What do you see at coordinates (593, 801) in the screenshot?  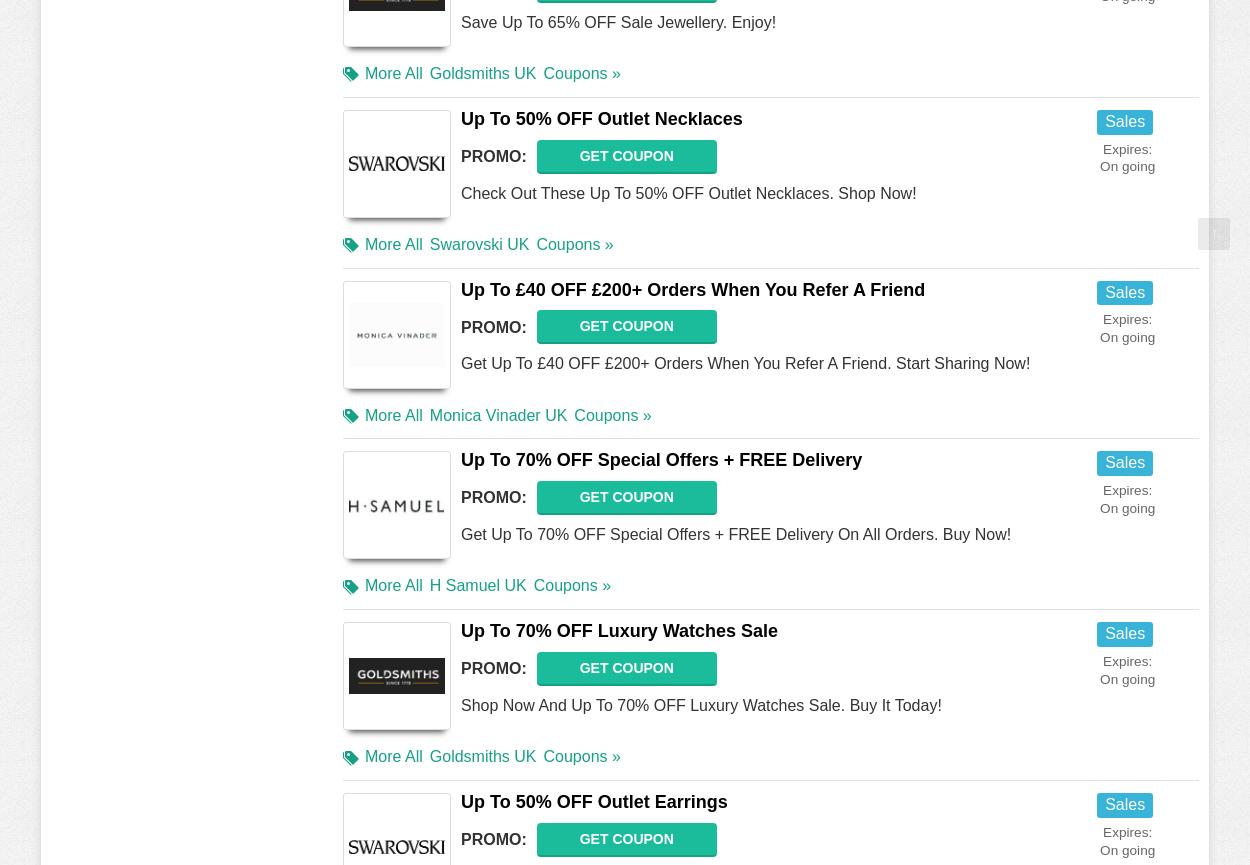 I see `'Up To 50% OFF Outlet Earrings'` at bounding box center [593, 801].